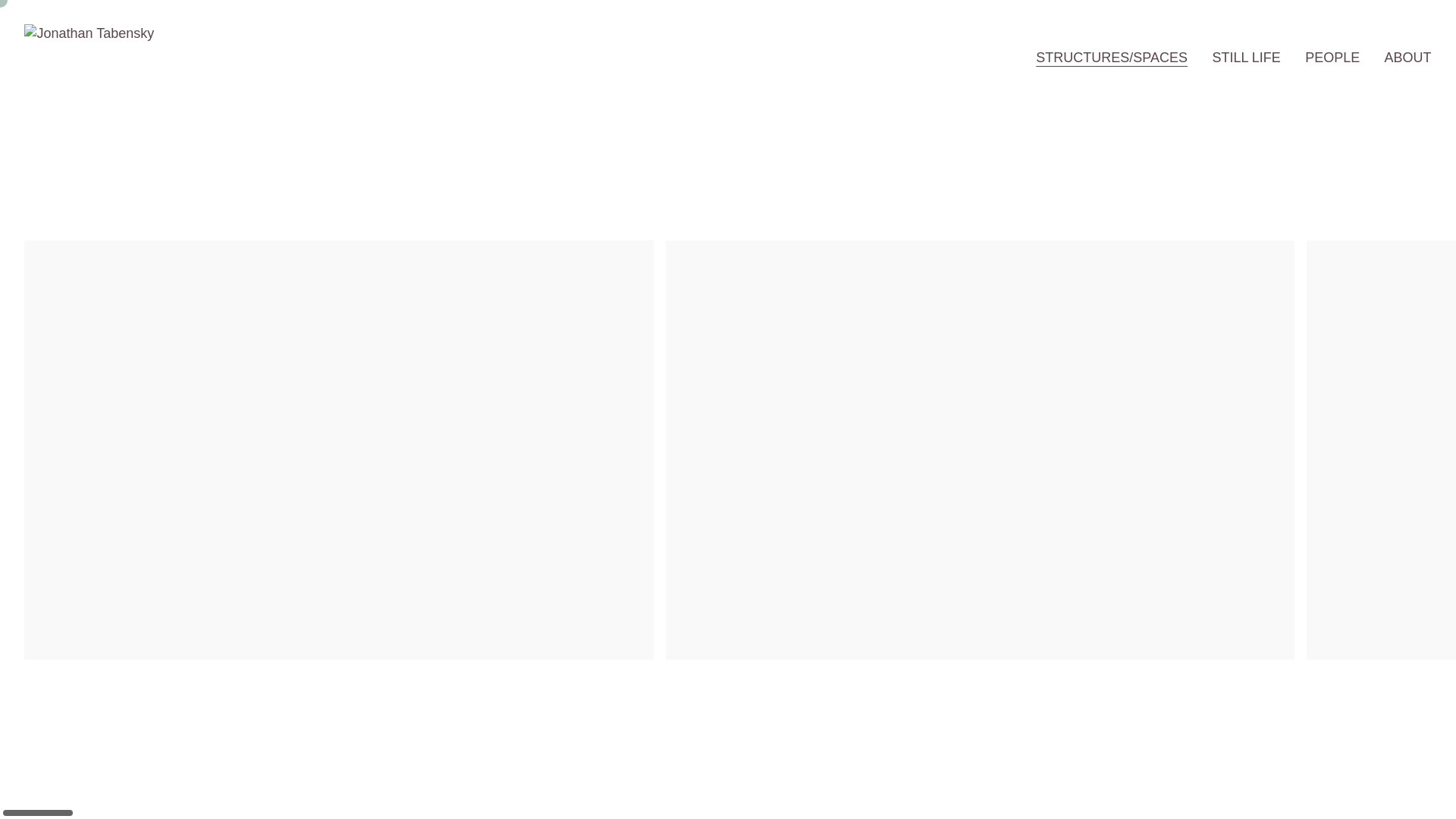 The height and width of the screenshot is (819, 1456). Describe the element at coordinates (1384, 57) in the screenshot. I see `'ABOUT'` at that location.